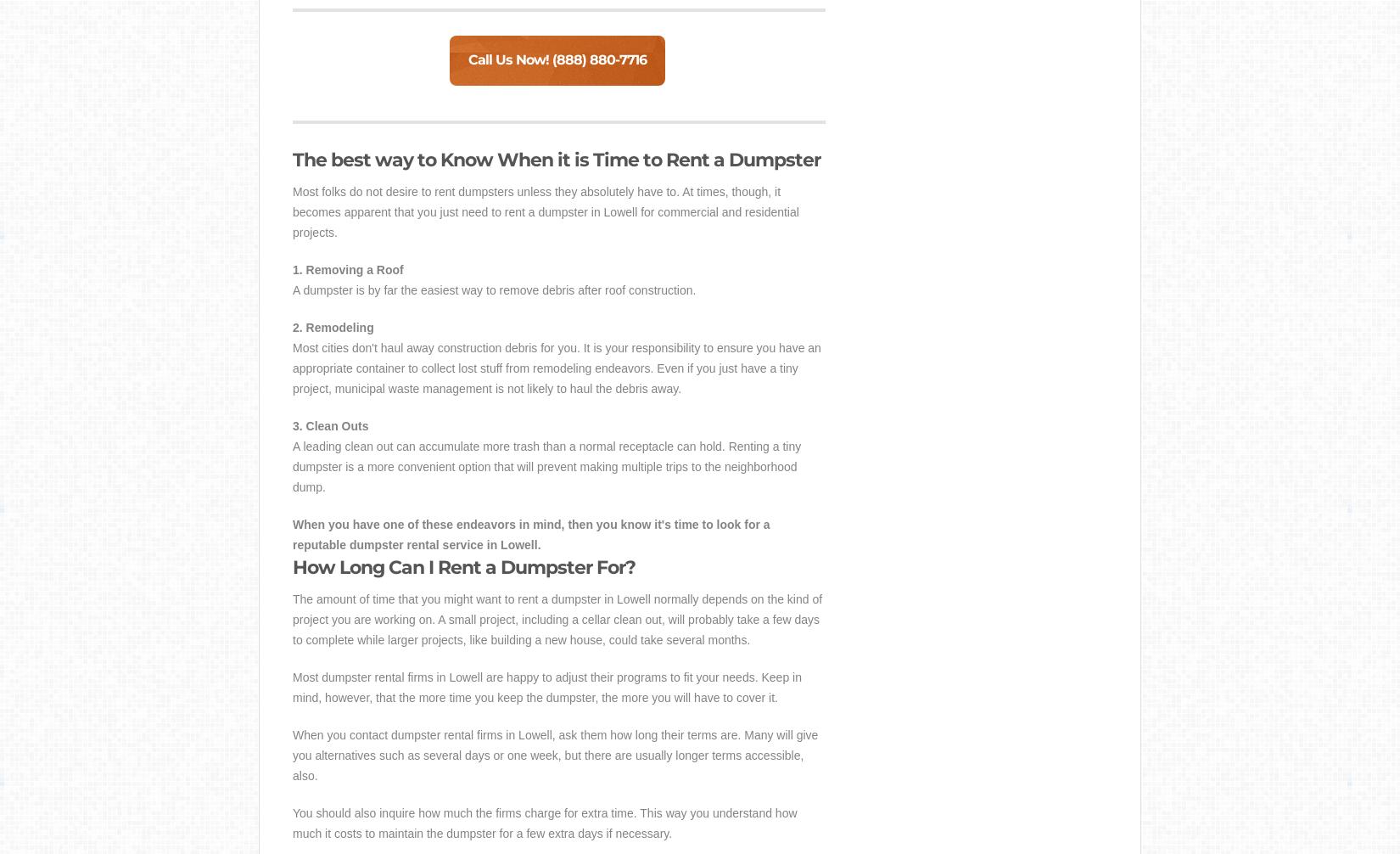 This screenshot has width=1400, height=854. What do you see at coordinates (333, 327) in the screenshot?
I see `'2. Remodeling'` at bounding box center [333, 327].